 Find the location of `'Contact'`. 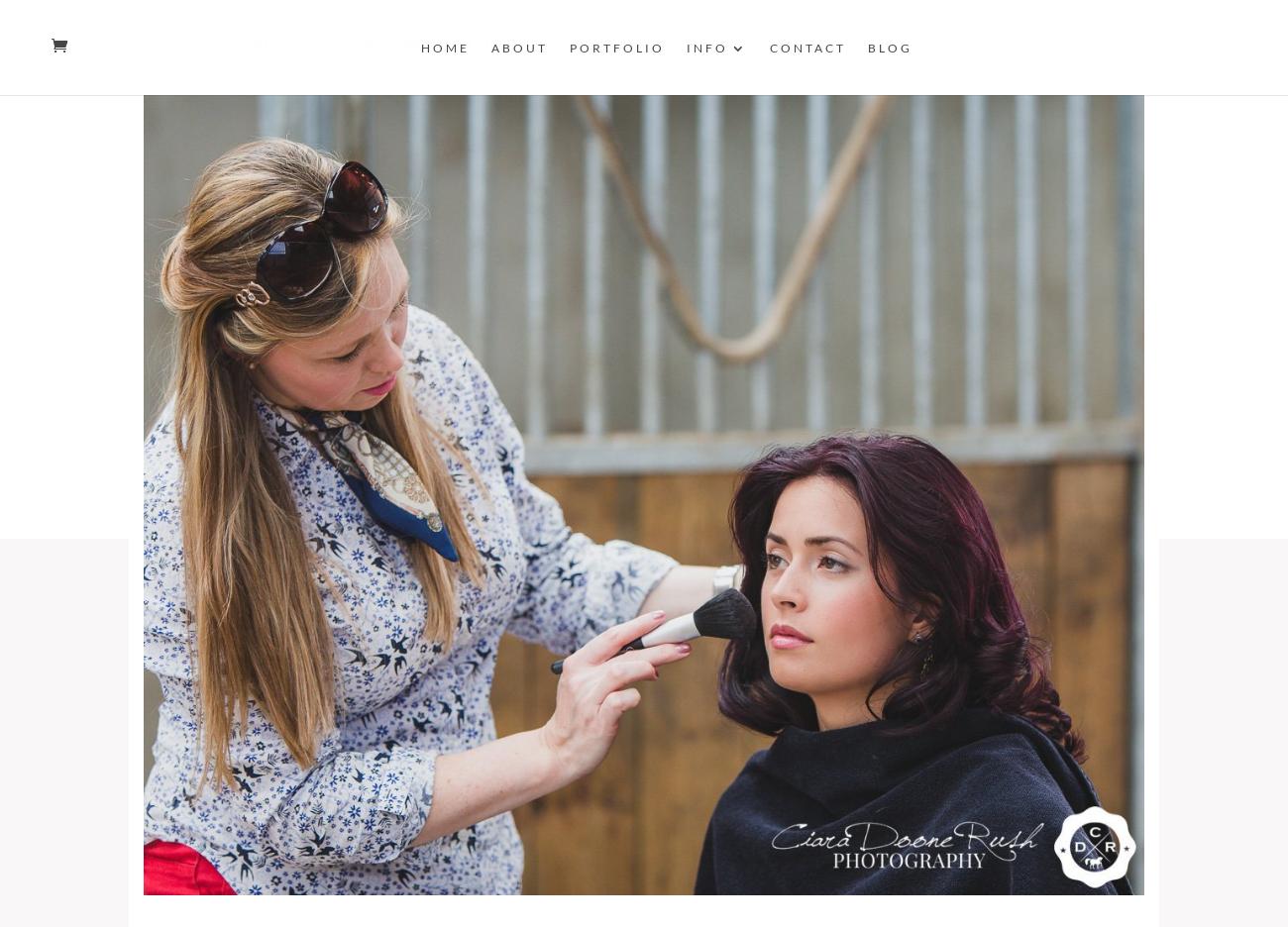

'Contact' is located at coordinates (807, 48).